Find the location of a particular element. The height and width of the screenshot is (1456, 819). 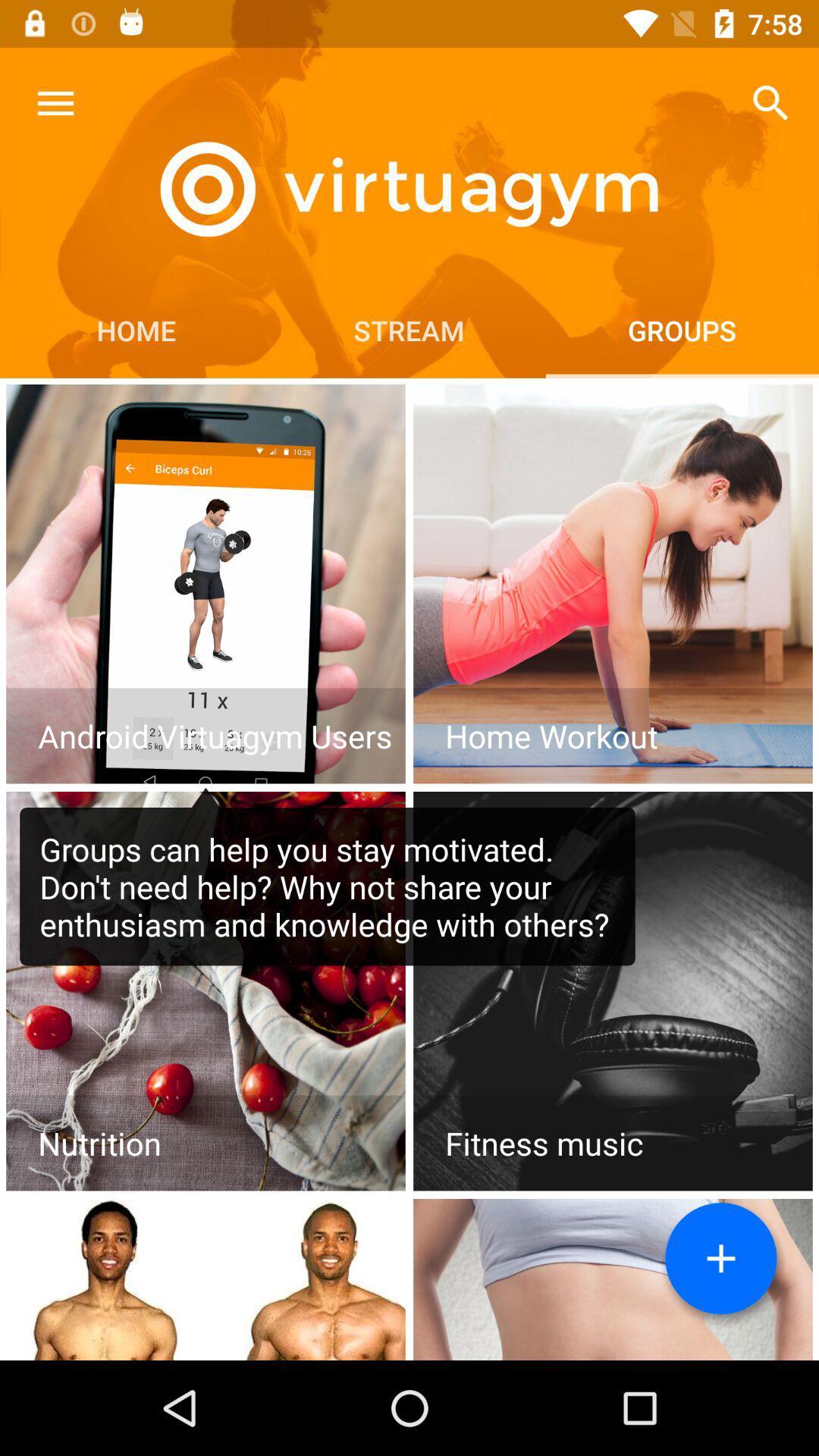

item above home icon is located at coordinates (55, 102).